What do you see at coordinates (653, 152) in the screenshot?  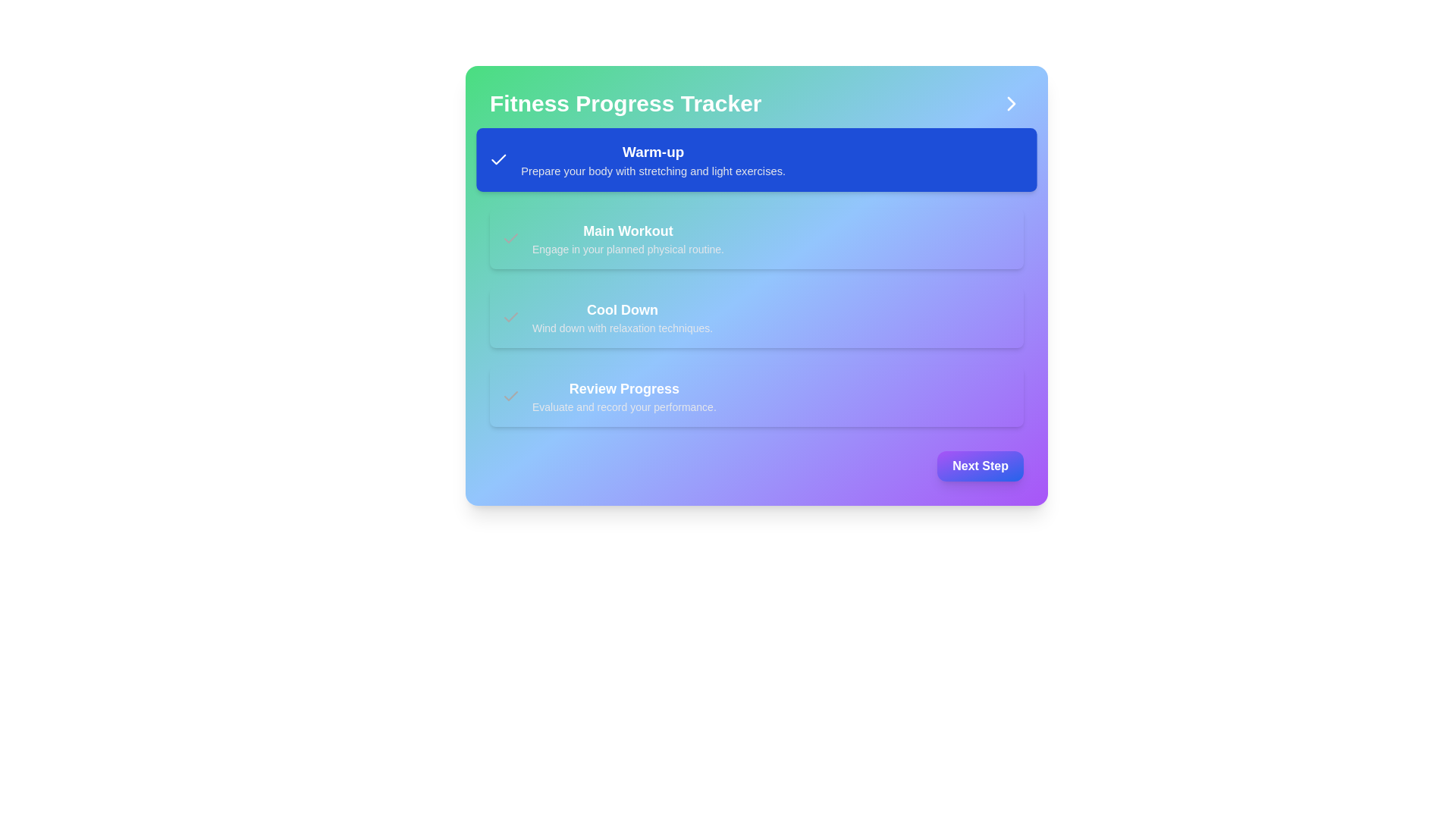 I see `bold text label displaying 'Warm-up' which is styled in white against a blue background, located at the top of the first option in a vertically stacked list` at bounding box center [653, 152].